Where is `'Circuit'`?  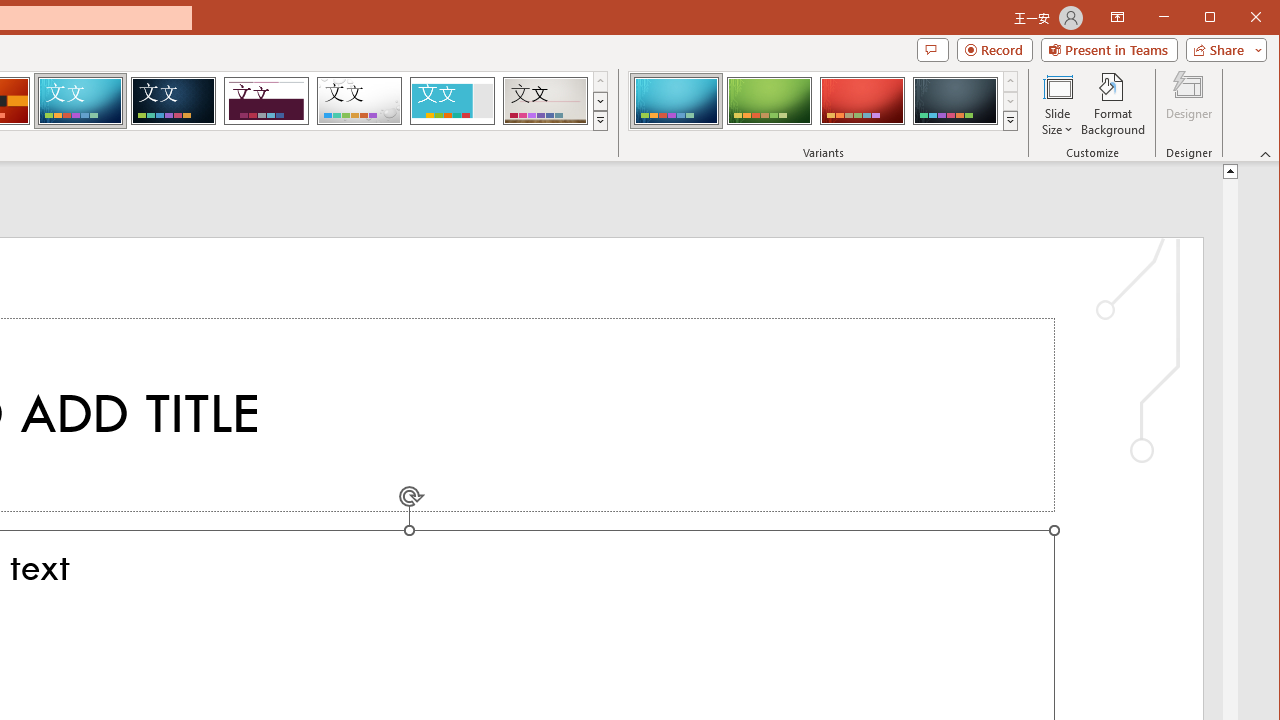
'Circuit' is located at coordinates (80, 100).